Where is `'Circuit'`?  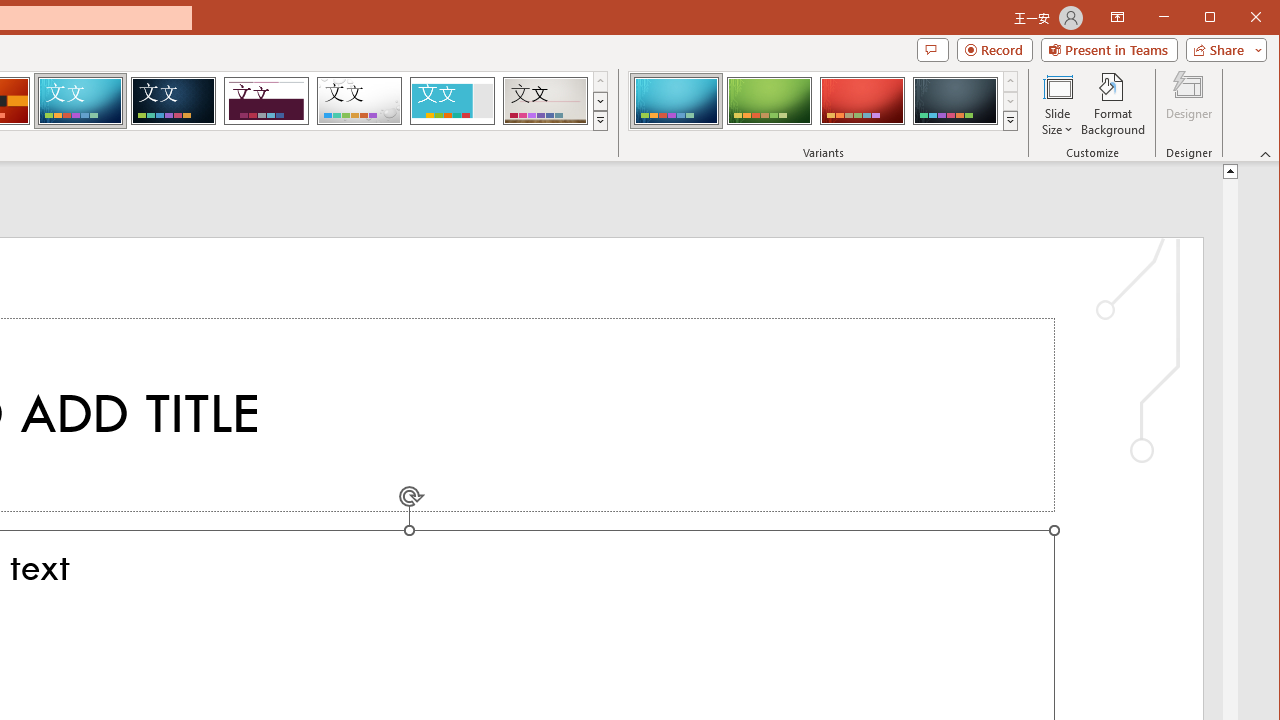
'Circuit' is located at coordinates (80, 100).